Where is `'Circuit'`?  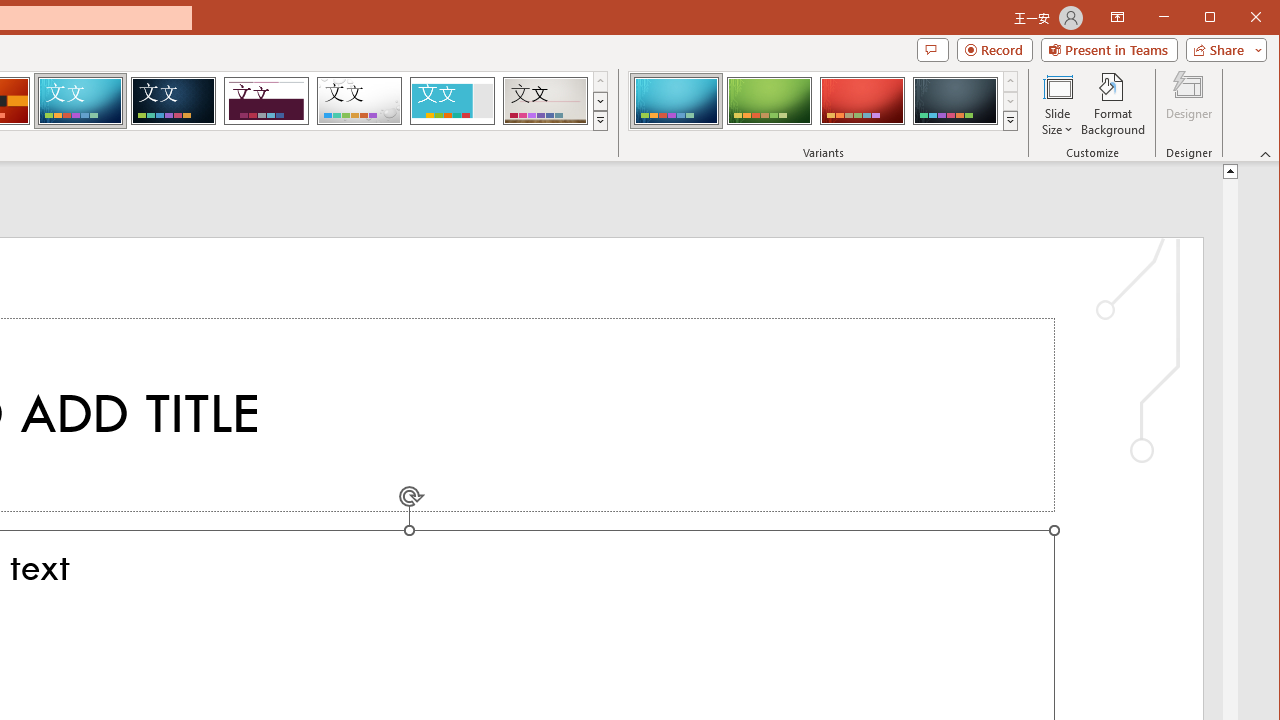
'Circuit' is located at coordinates (80, 100).